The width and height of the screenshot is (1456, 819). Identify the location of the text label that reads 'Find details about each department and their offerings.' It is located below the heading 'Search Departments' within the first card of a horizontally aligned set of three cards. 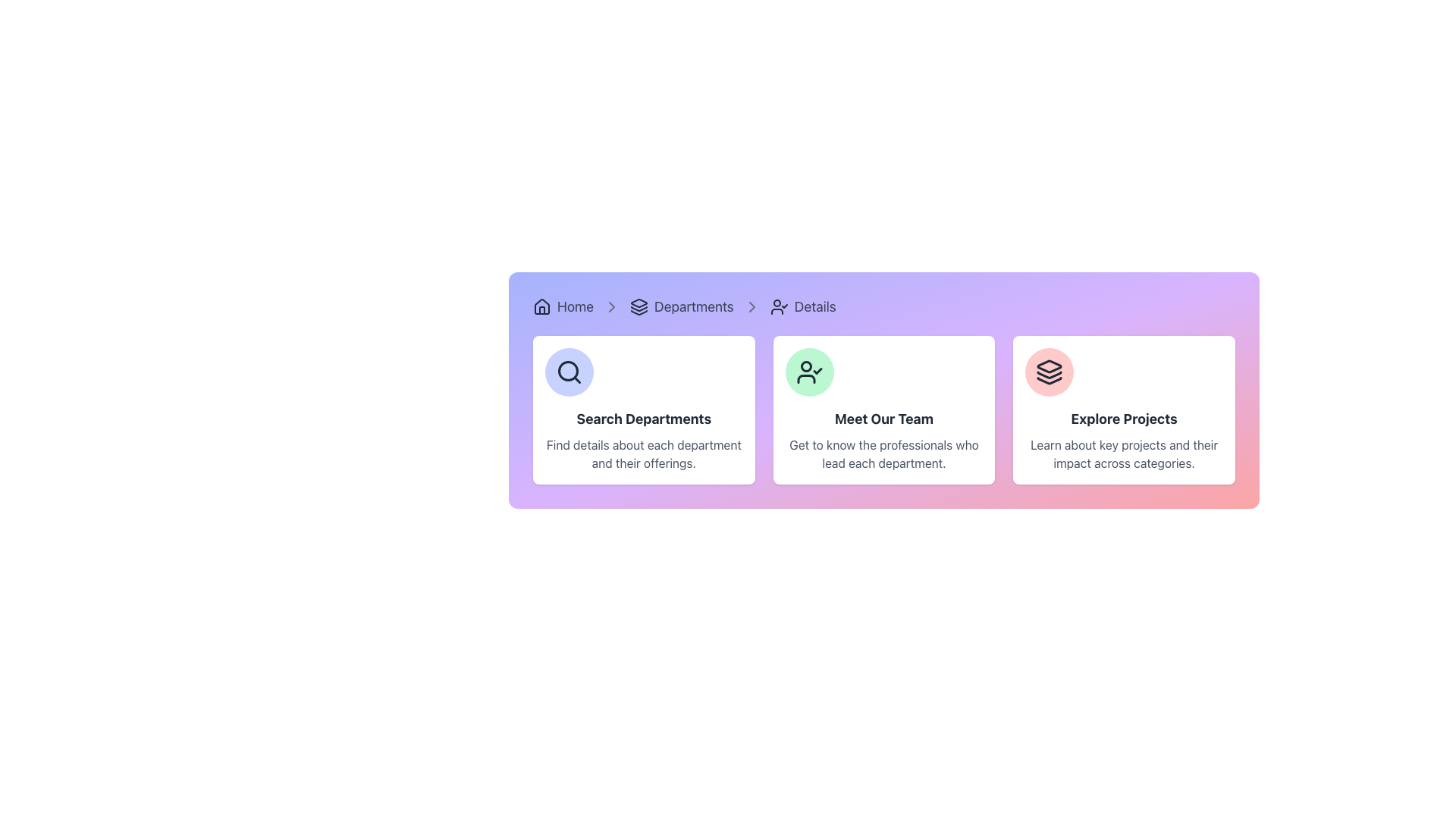
(644, 453).